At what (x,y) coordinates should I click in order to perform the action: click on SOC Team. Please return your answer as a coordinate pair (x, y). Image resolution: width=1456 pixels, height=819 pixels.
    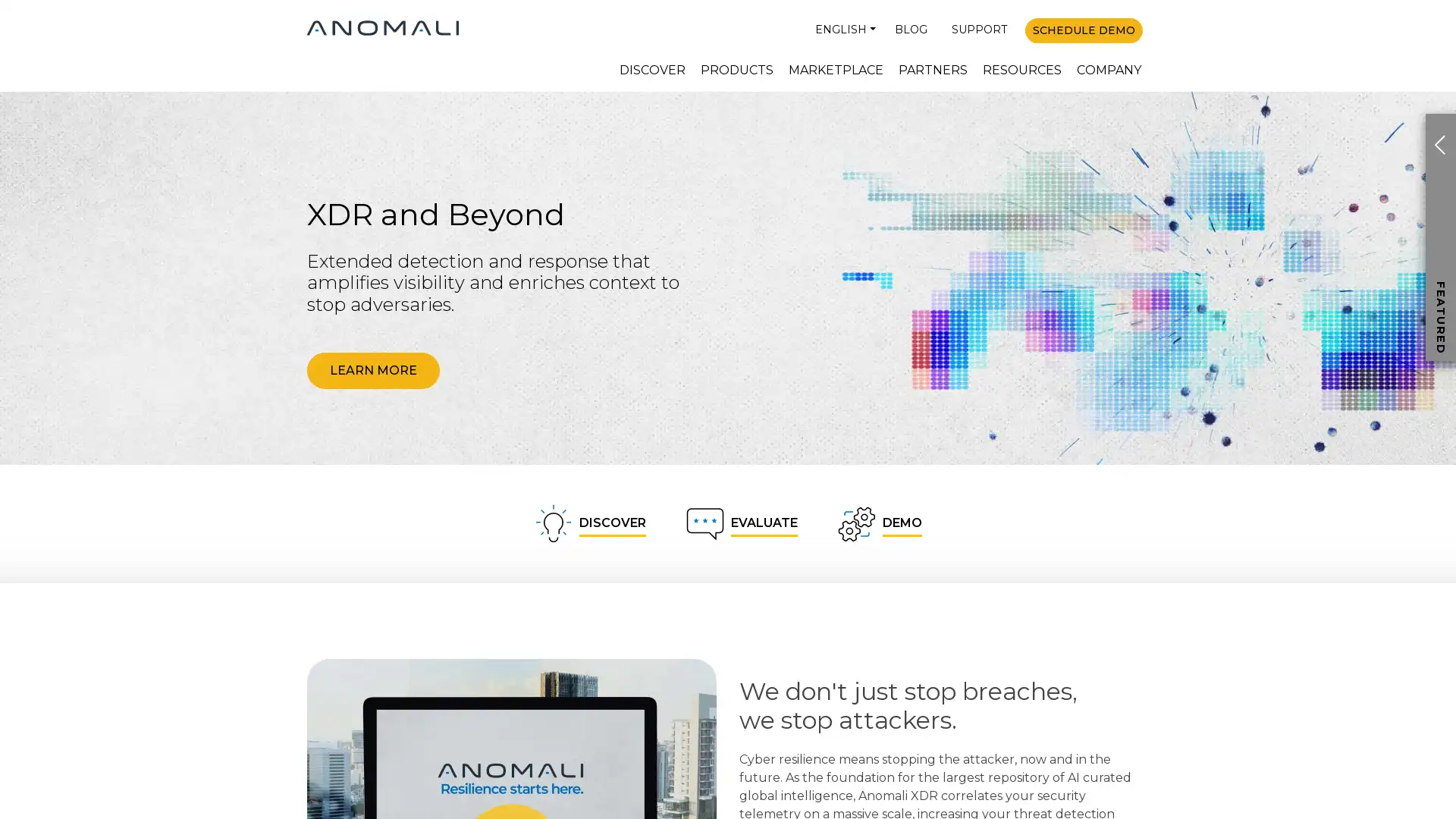
    Looking at the image, I should click on (1342, 466).